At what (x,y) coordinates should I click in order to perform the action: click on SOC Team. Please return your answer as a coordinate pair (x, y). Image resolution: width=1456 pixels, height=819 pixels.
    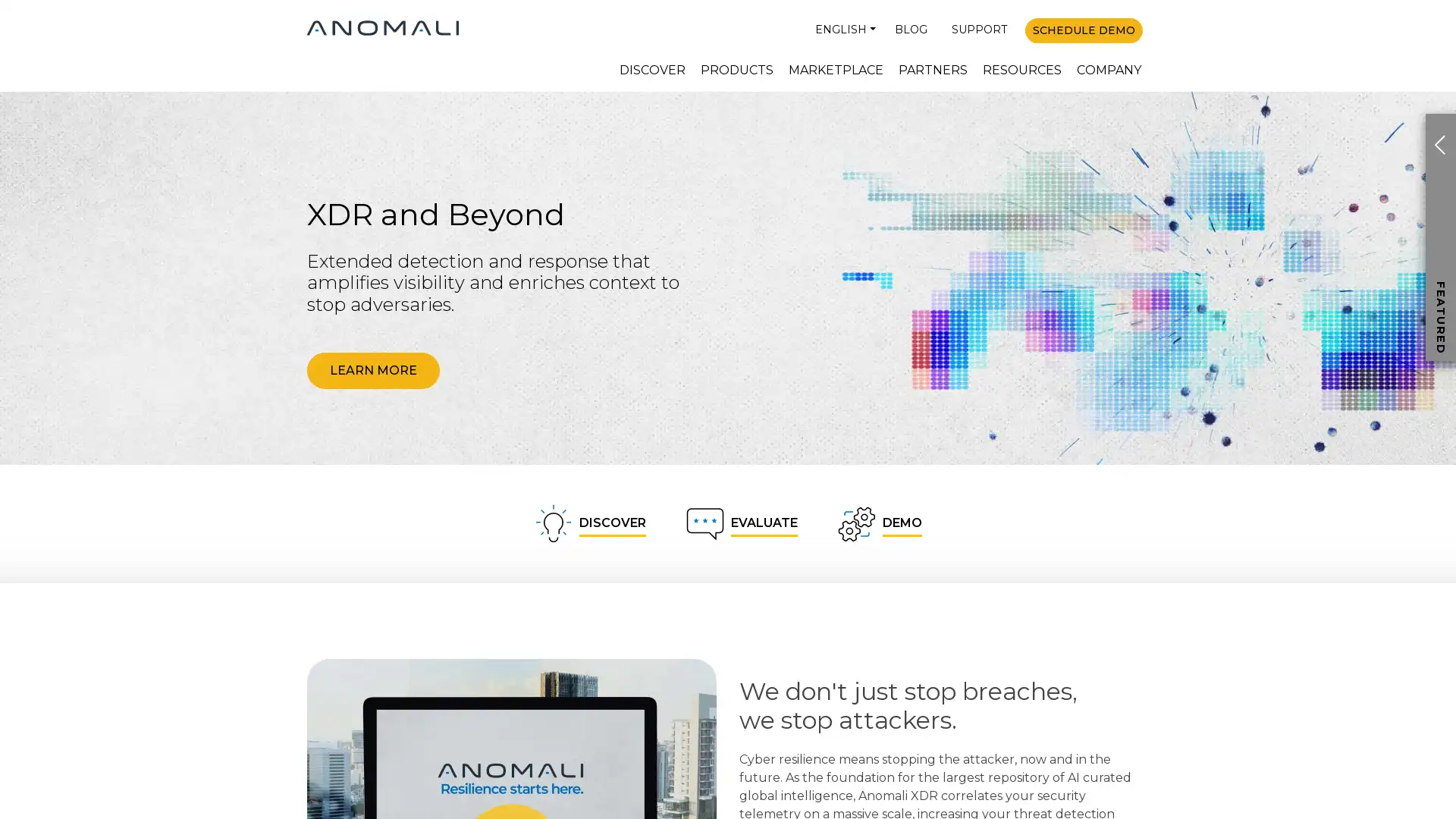
    Looking at the image, I should click on (1342, 466).